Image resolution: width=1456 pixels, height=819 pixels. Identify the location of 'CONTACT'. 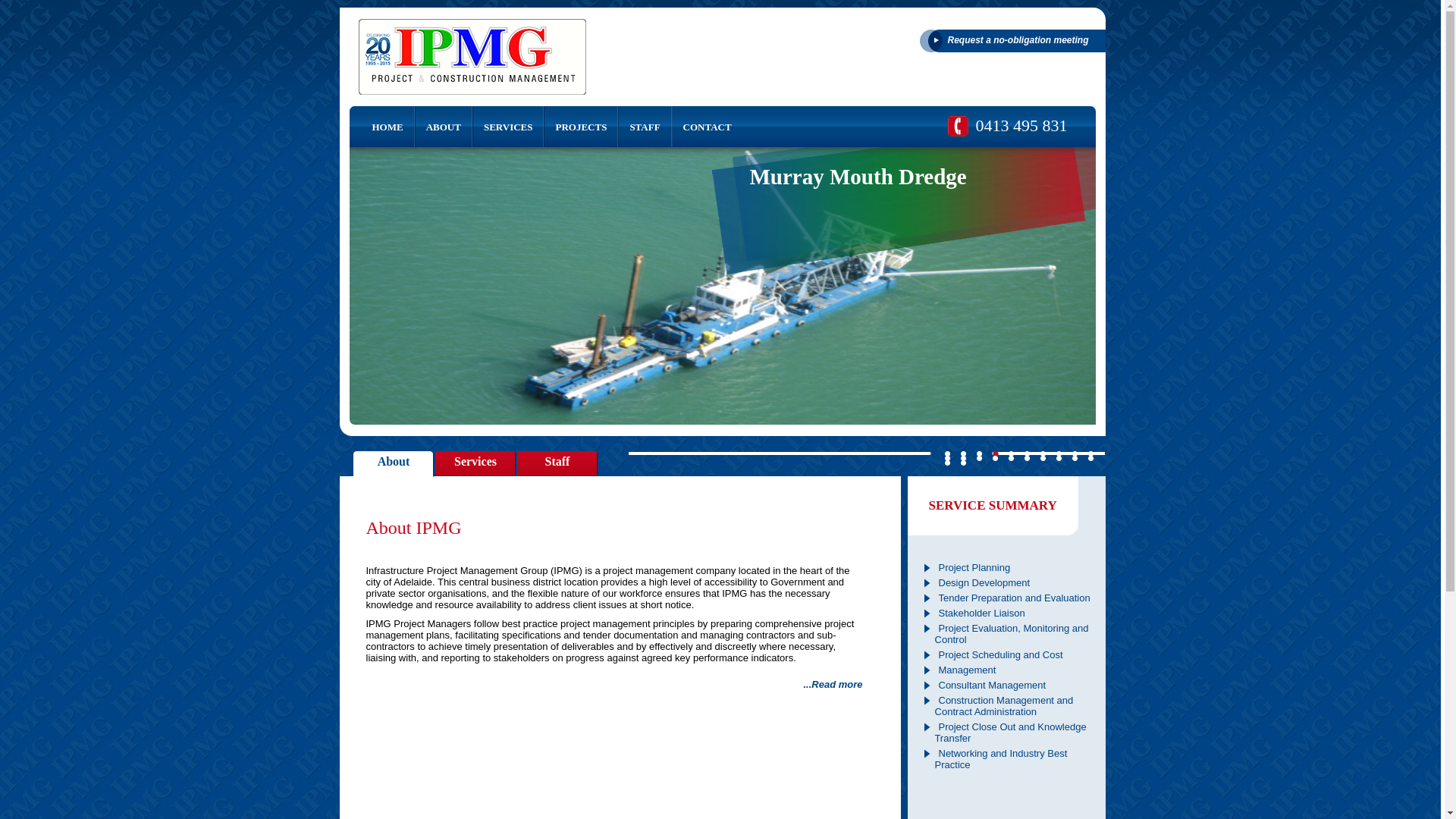
(706, 125).